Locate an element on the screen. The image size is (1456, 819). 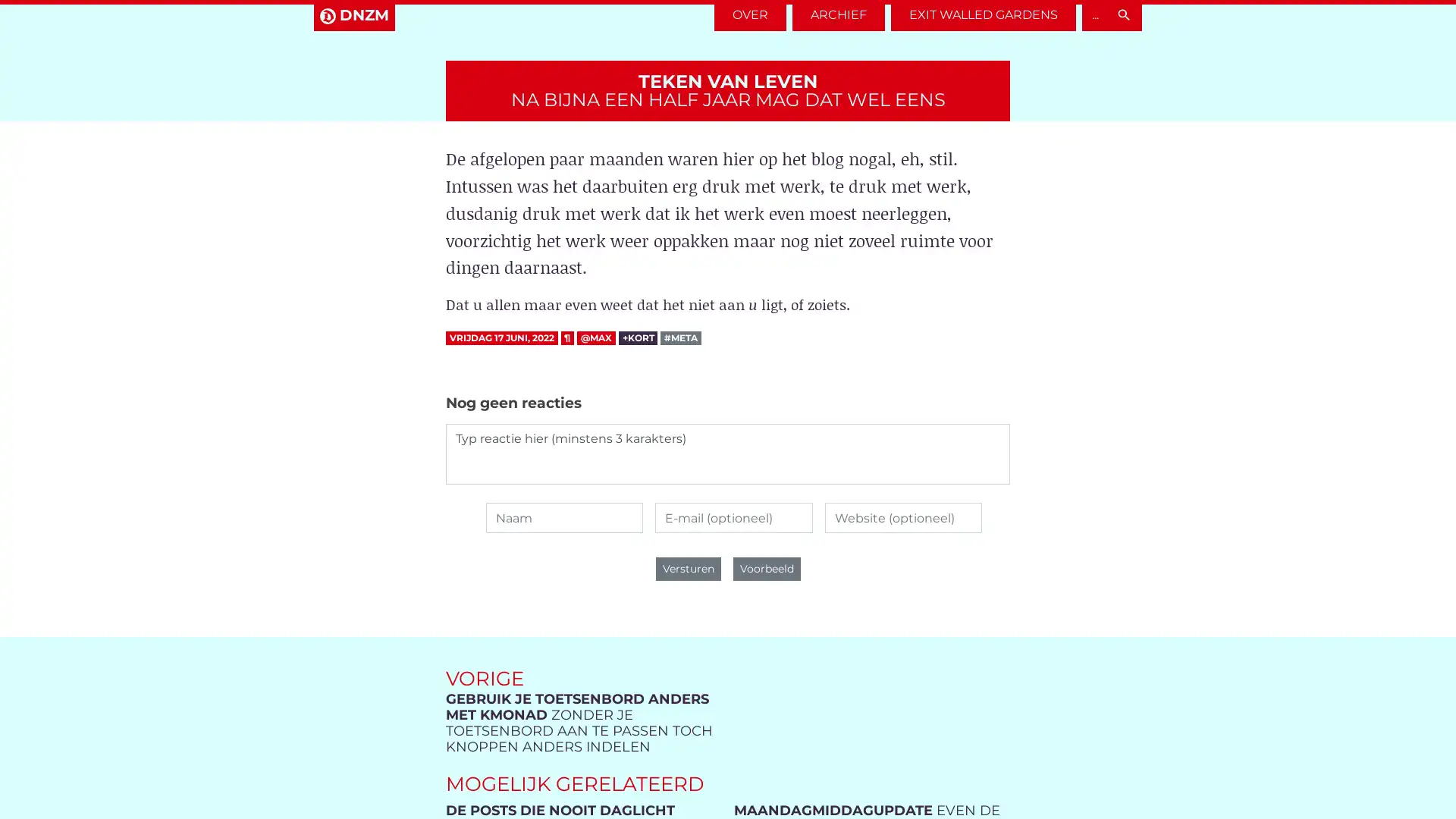
Versturen is located at coordinates (687, 568).